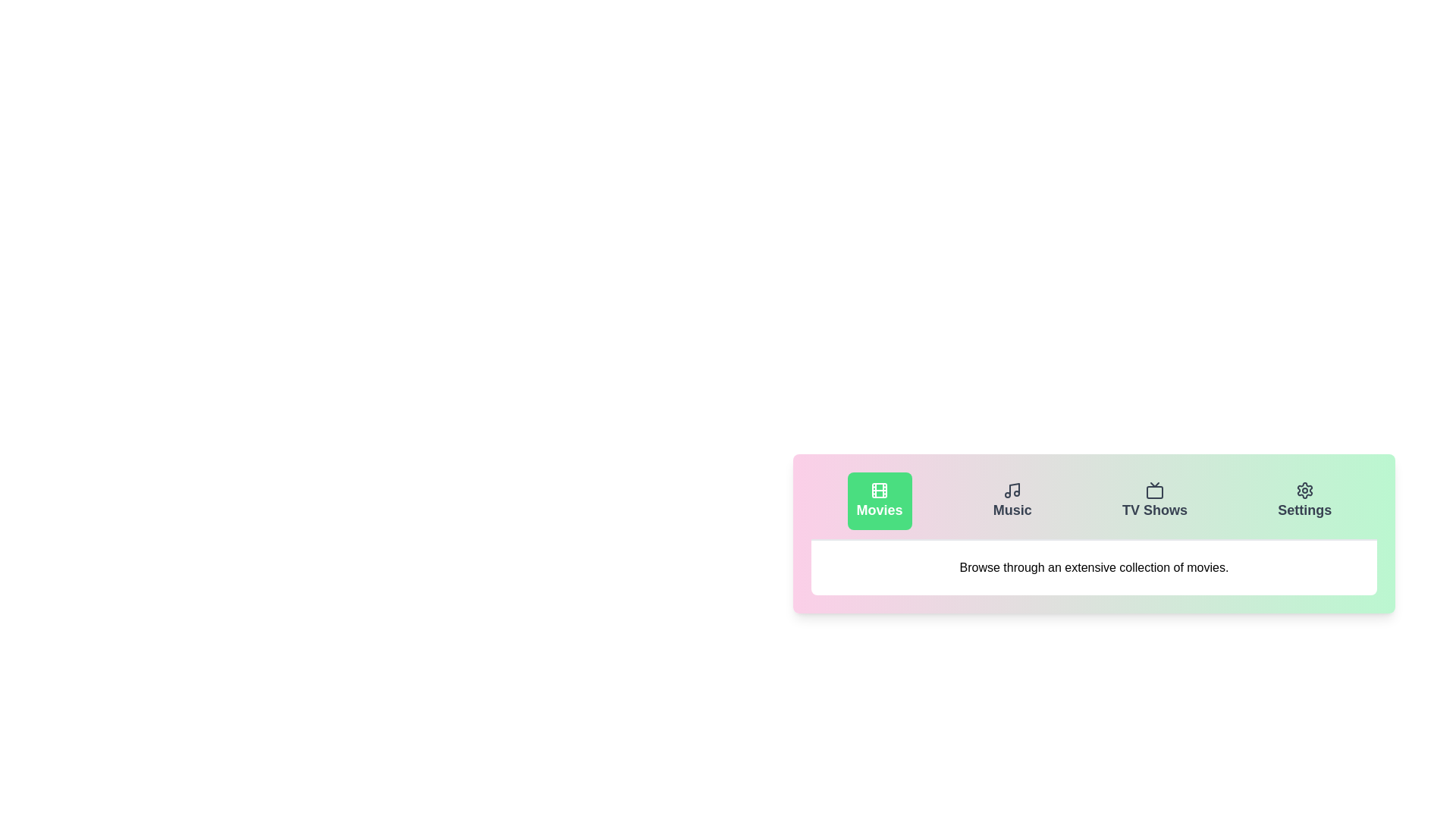  Describe the element at coordinates (1303, 500) in the screenshot. I see `the Settings tab to switch to its content` at that location.